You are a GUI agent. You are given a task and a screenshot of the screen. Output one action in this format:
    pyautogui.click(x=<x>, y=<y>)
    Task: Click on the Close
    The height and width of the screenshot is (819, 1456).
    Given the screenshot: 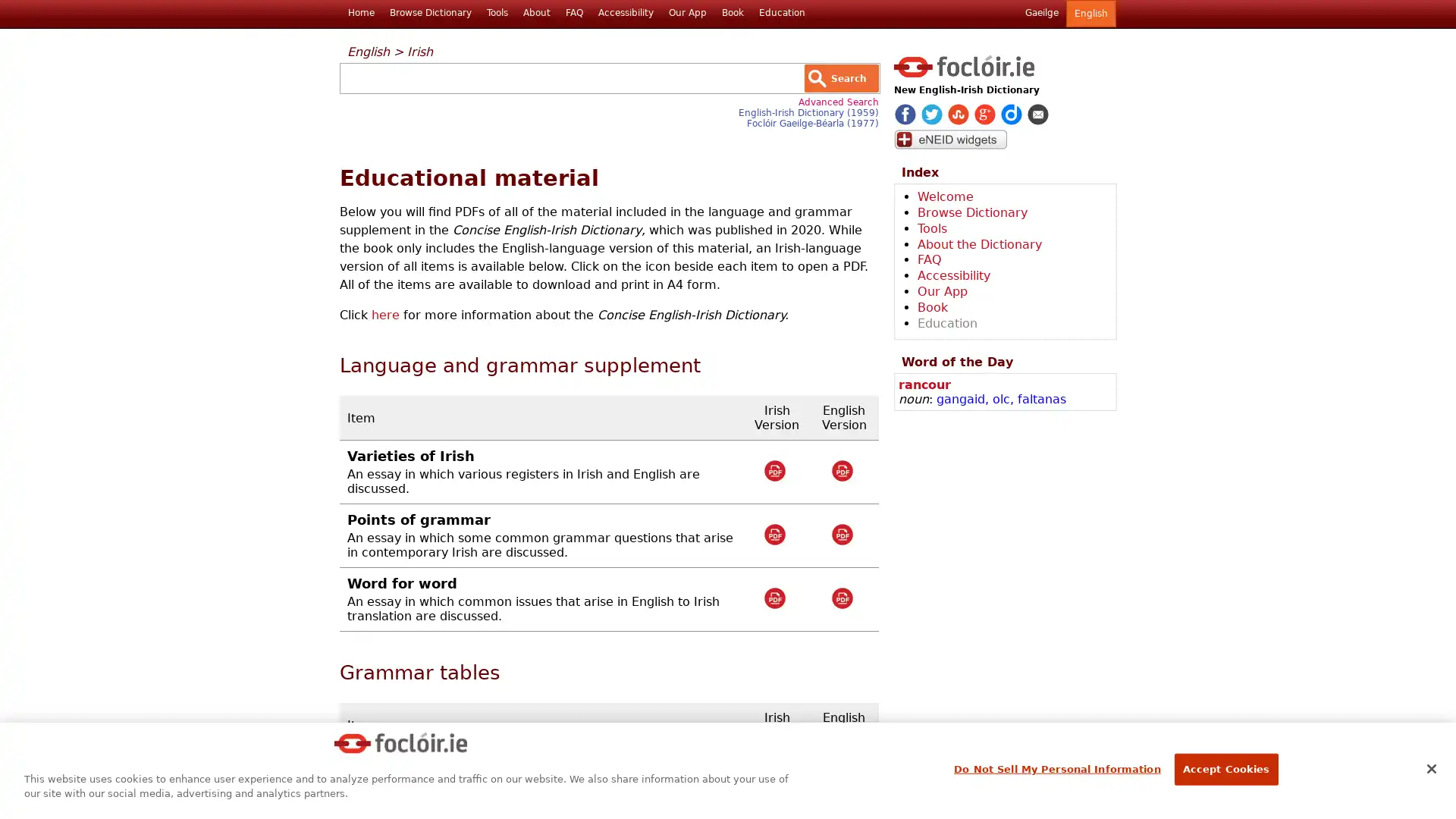 What is the action you would take?
    pyautogui.click(x=1430, y=769)
    